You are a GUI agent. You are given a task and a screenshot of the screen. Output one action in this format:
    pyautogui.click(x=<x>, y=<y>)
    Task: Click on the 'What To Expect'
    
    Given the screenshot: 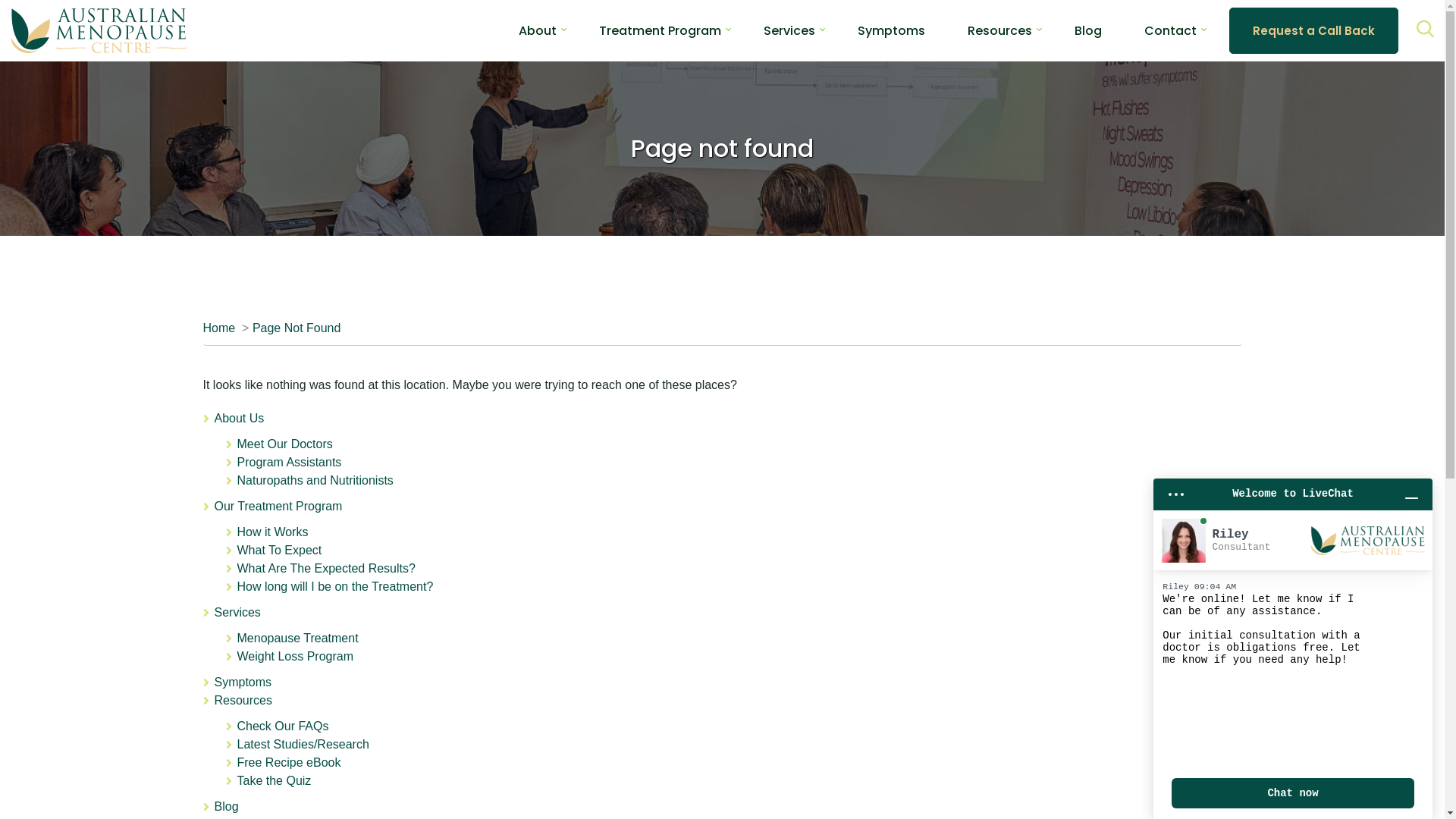 What is the action you would take?
    pyautogui.click(x=279, y=550)
    